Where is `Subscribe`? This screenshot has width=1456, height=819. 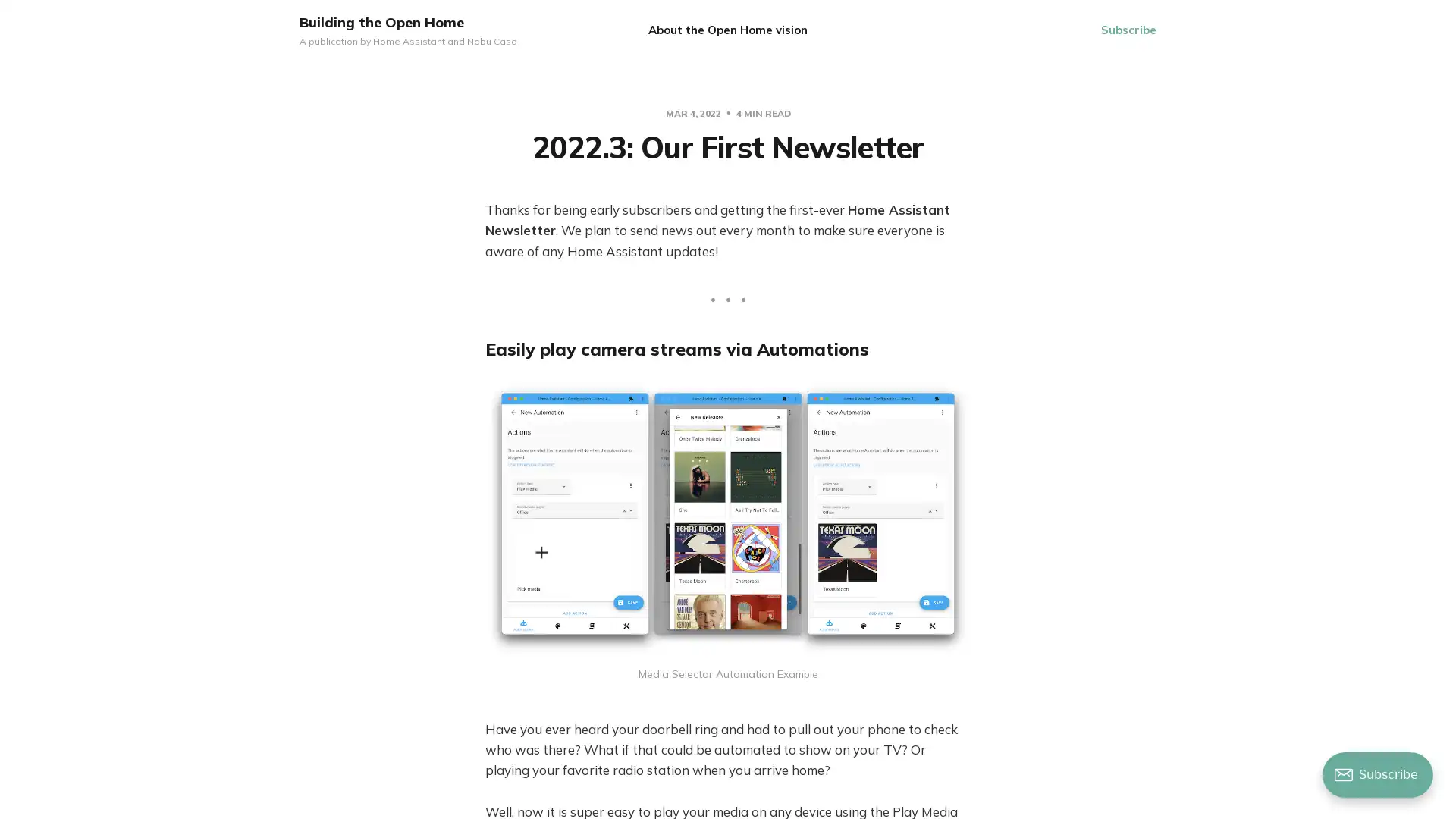 Subscribe is located at coordinates (1128, 30).